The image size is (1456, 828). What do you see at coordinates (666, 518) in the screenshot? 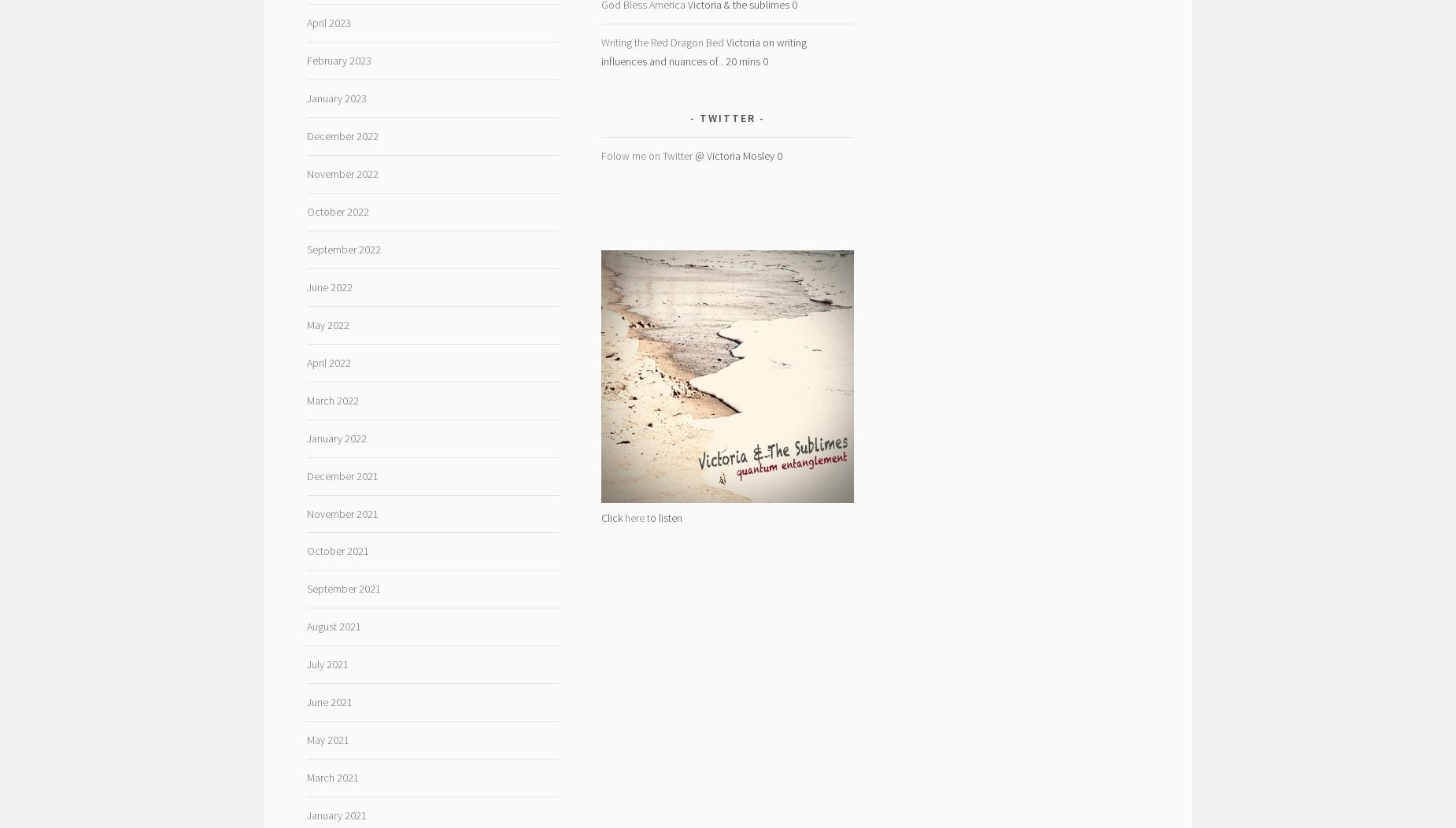
I see `'o listen'` at bounding box center [666, 518].